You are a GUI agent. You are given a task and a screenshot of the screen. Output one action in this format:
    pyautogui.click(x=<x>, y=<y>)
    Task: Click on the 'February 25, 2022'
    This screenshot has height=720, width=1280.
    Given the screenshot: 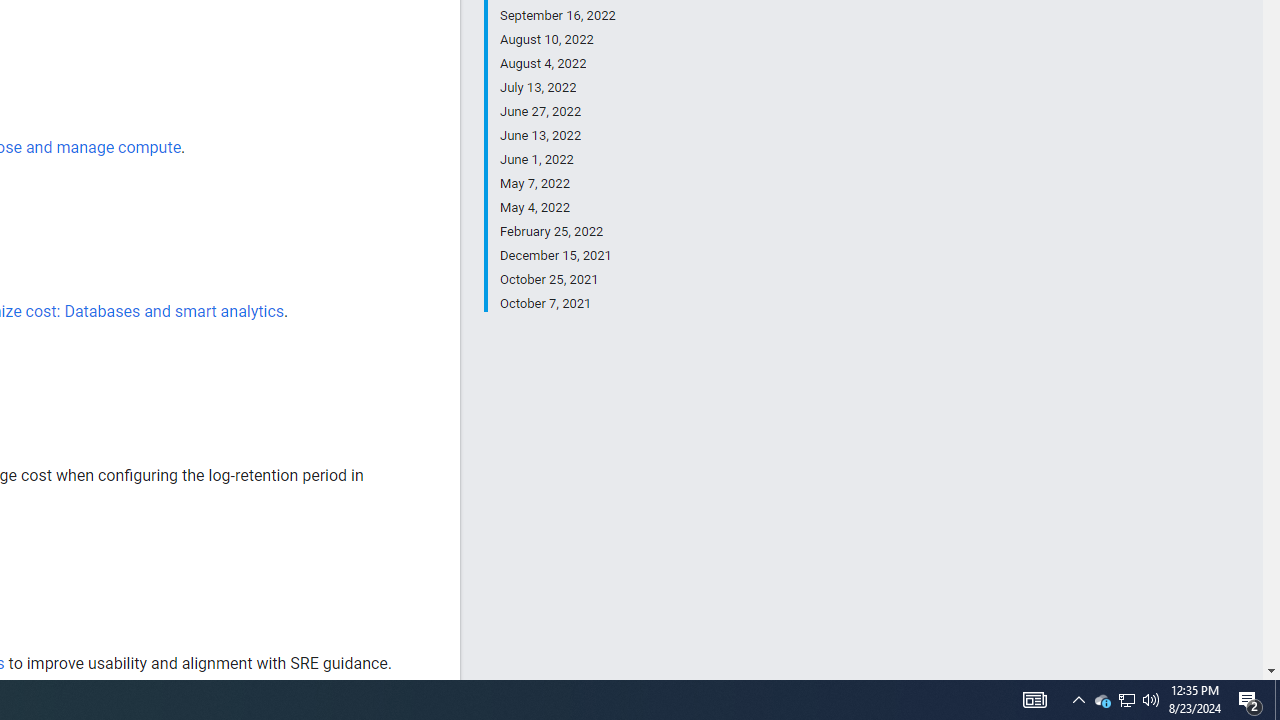 What is the action you would take?
    pyautogui.click(x=557, y=231)
    